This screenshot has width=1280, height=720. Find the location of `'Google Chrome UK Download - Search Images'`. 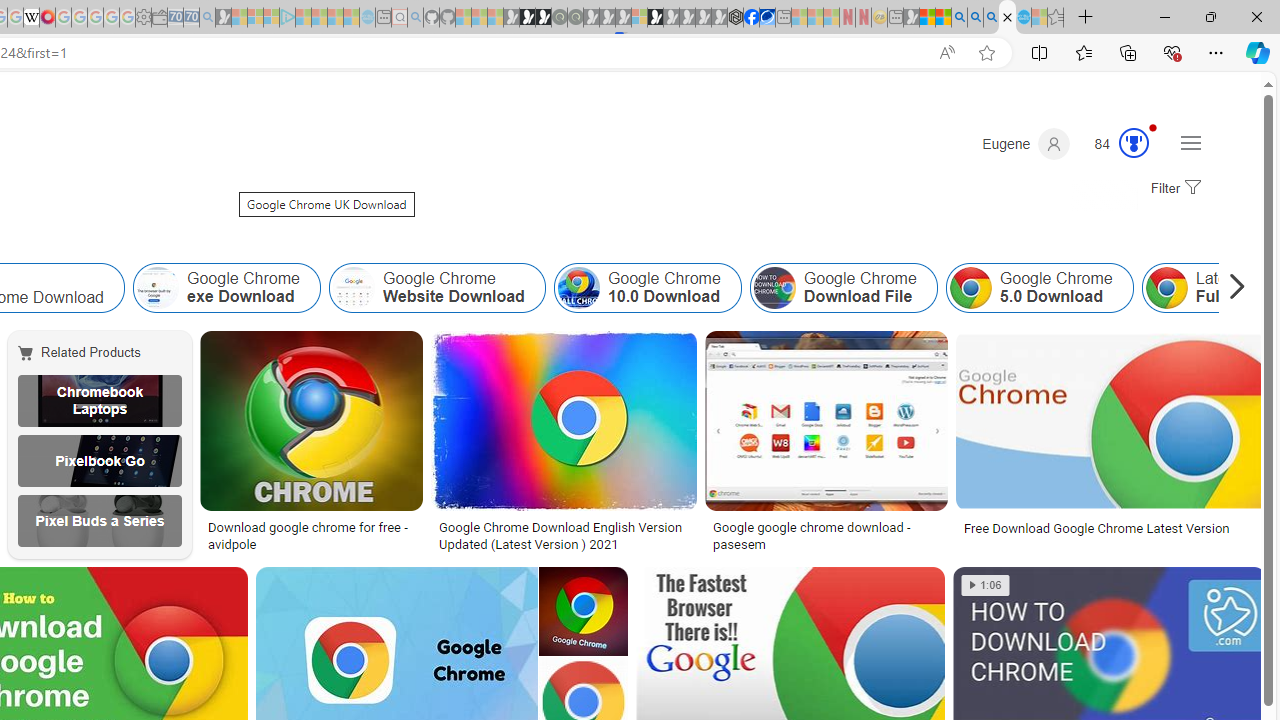

'Google Chrome UK Download - Search Images' is located at coordinates (1007, 17).